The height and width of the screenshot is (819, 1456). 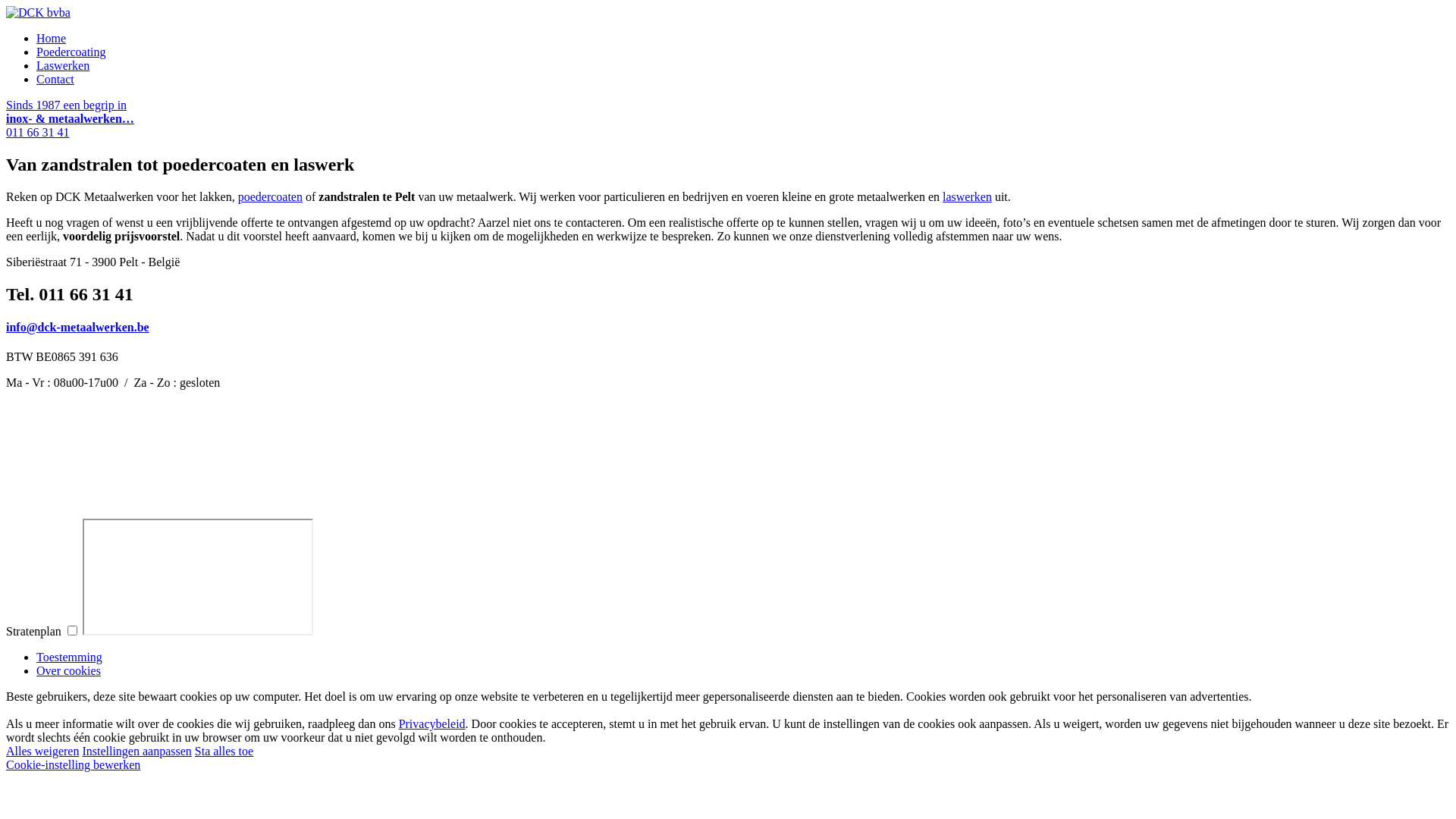 What do you see at coordinates (42, 751) in the screenshot?
I see `'Alles weigeren'` at bounding box center [42, 751].